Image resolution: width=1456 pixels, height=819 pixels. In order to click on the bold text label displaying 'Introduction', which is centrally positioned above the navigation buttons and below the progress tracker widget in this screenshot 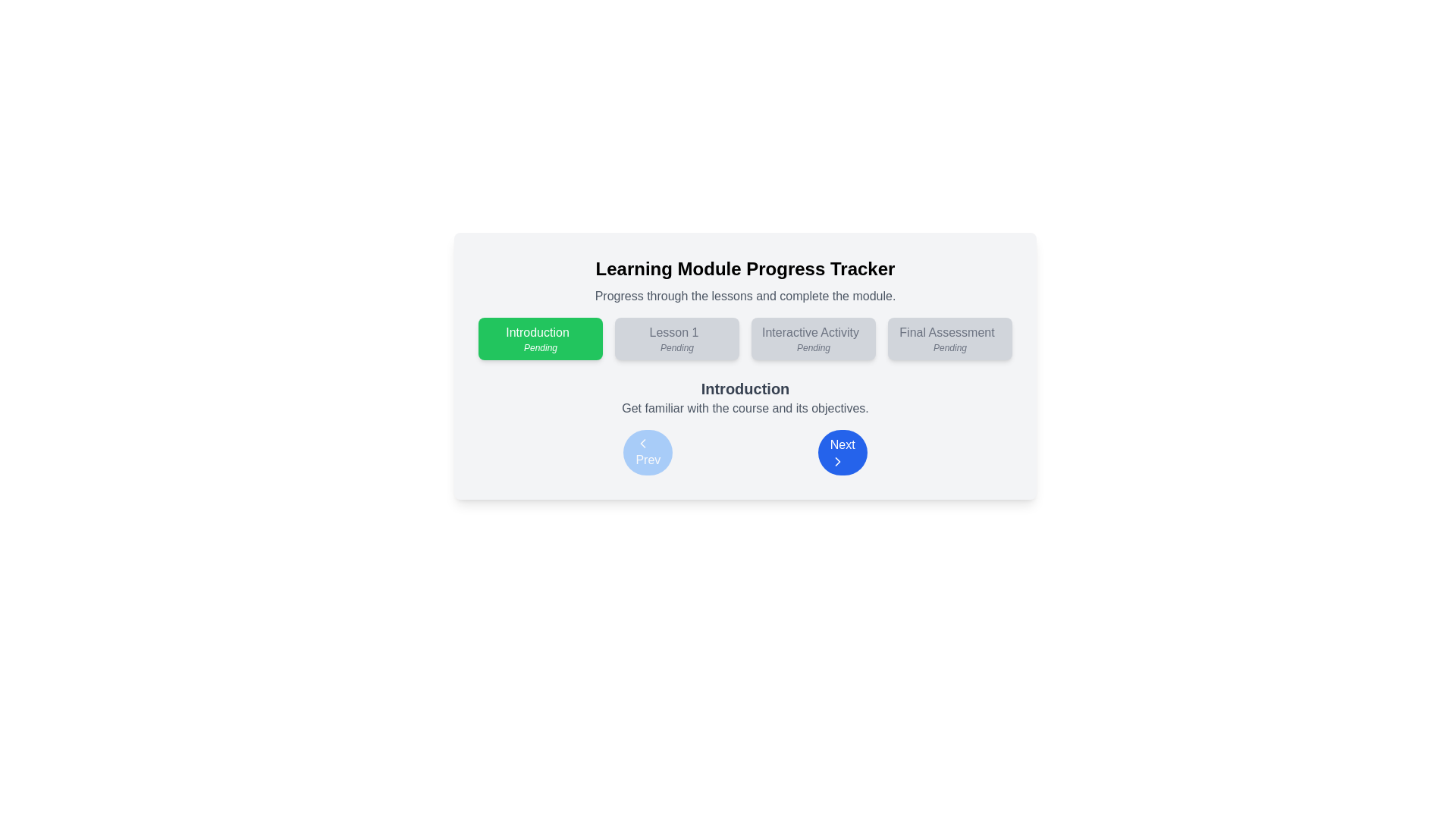, I will do `click(745, 388)`.